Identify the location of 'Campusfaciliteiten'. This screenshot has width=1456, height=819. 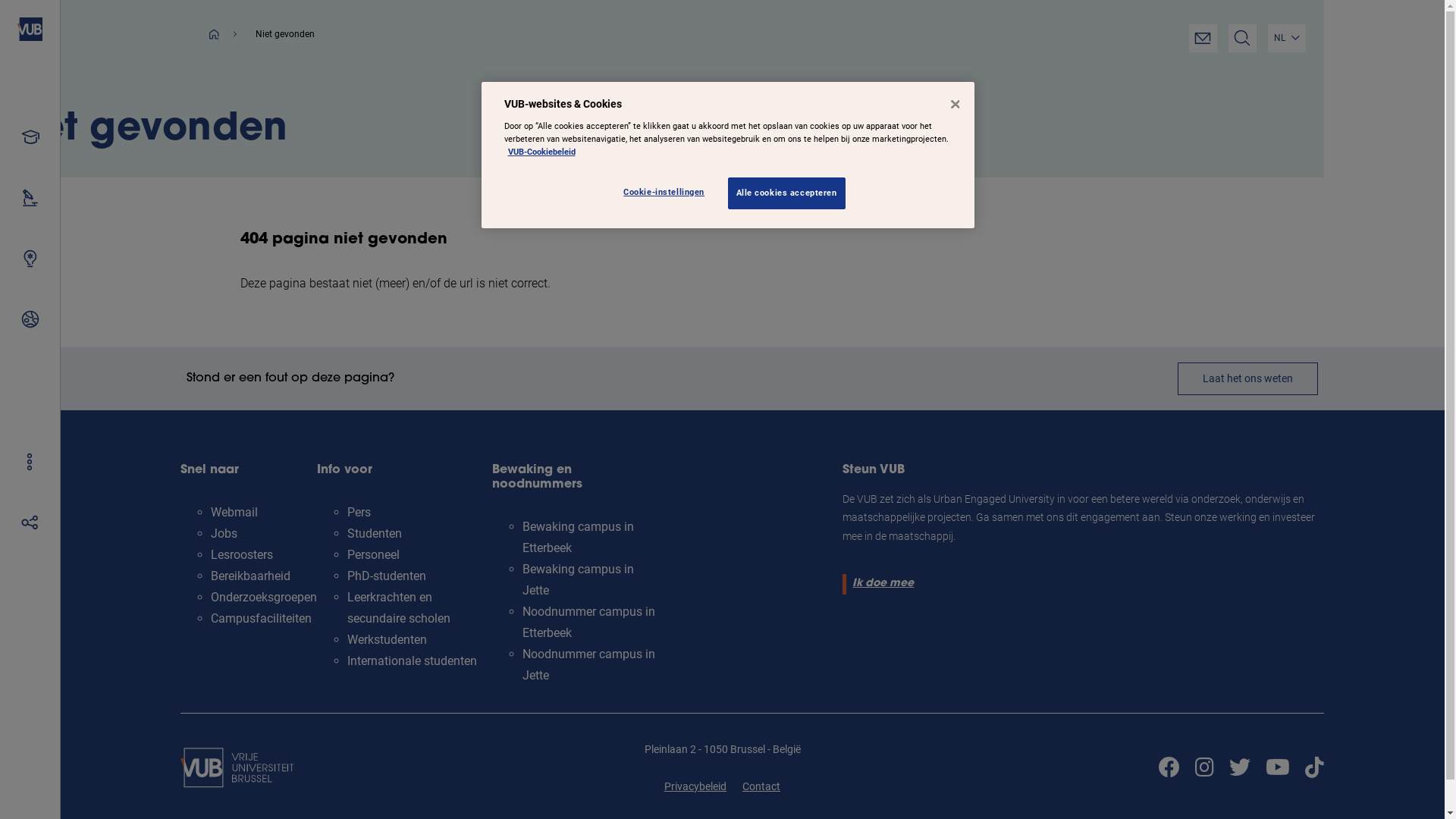
(261, 618).